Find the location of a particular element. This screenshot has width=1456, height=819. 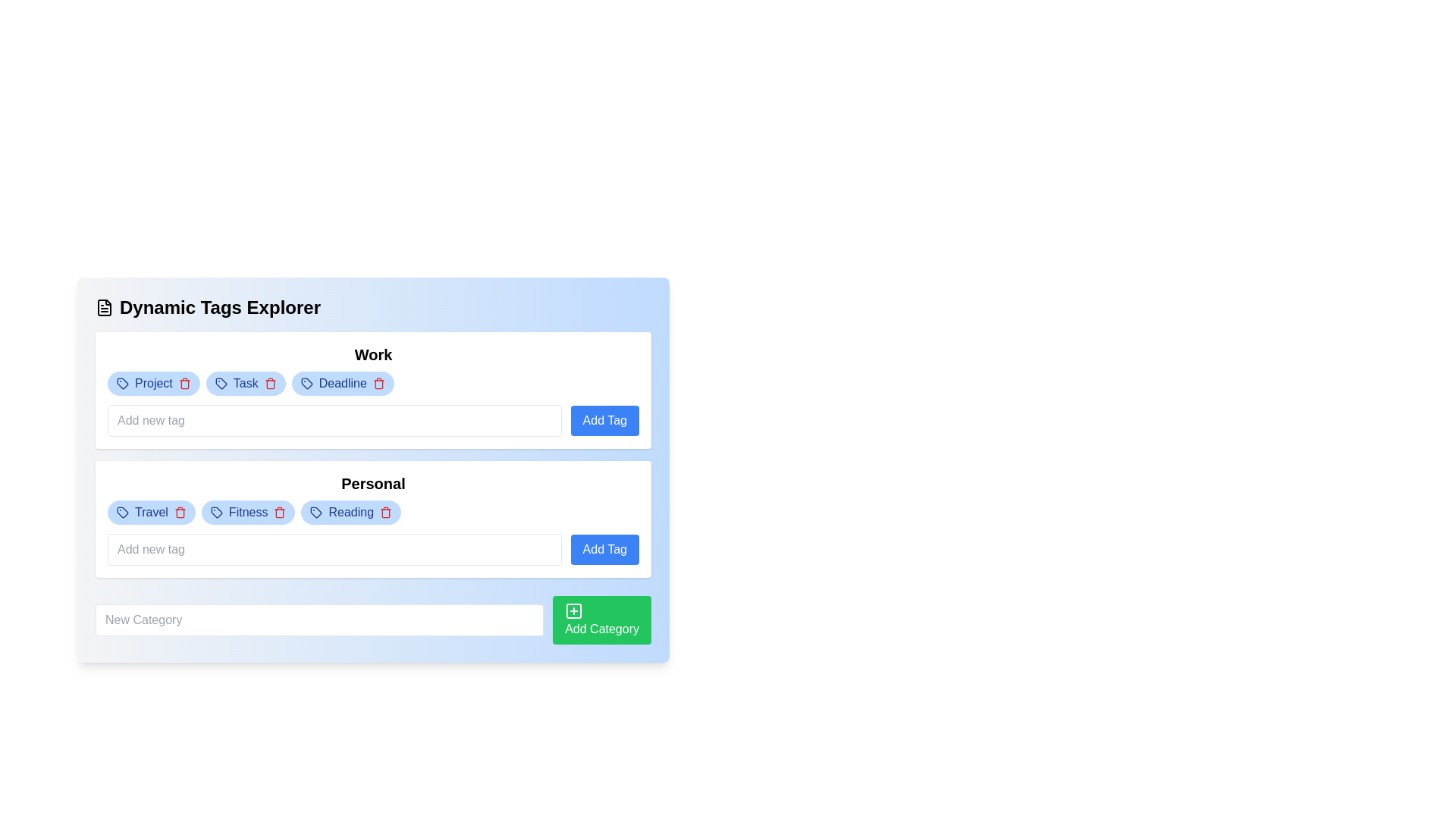

the small tag-like icon with a geometric shape located within the 'Fitness' tag in the 'Personal' section of the interface is located at coordinates (215, 512).